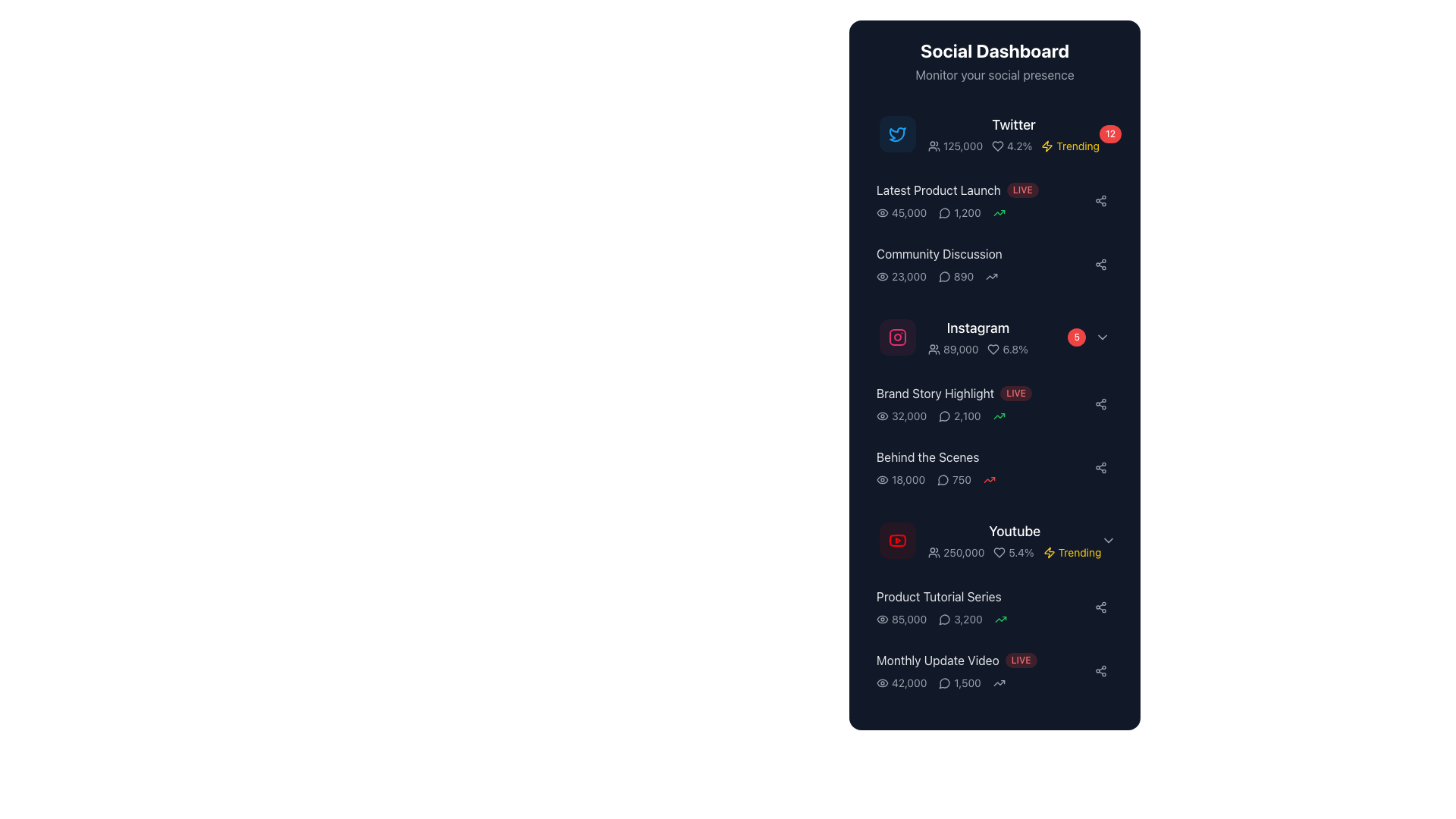 This screenshot has width=1456, height=819. Describe the element at coordinates (1048, 553) in the screenshot. I see `the 'Trending' icon, which is a dynamic SVG graphic element located next to the text 'Trending' in the Youtube section` at that location.